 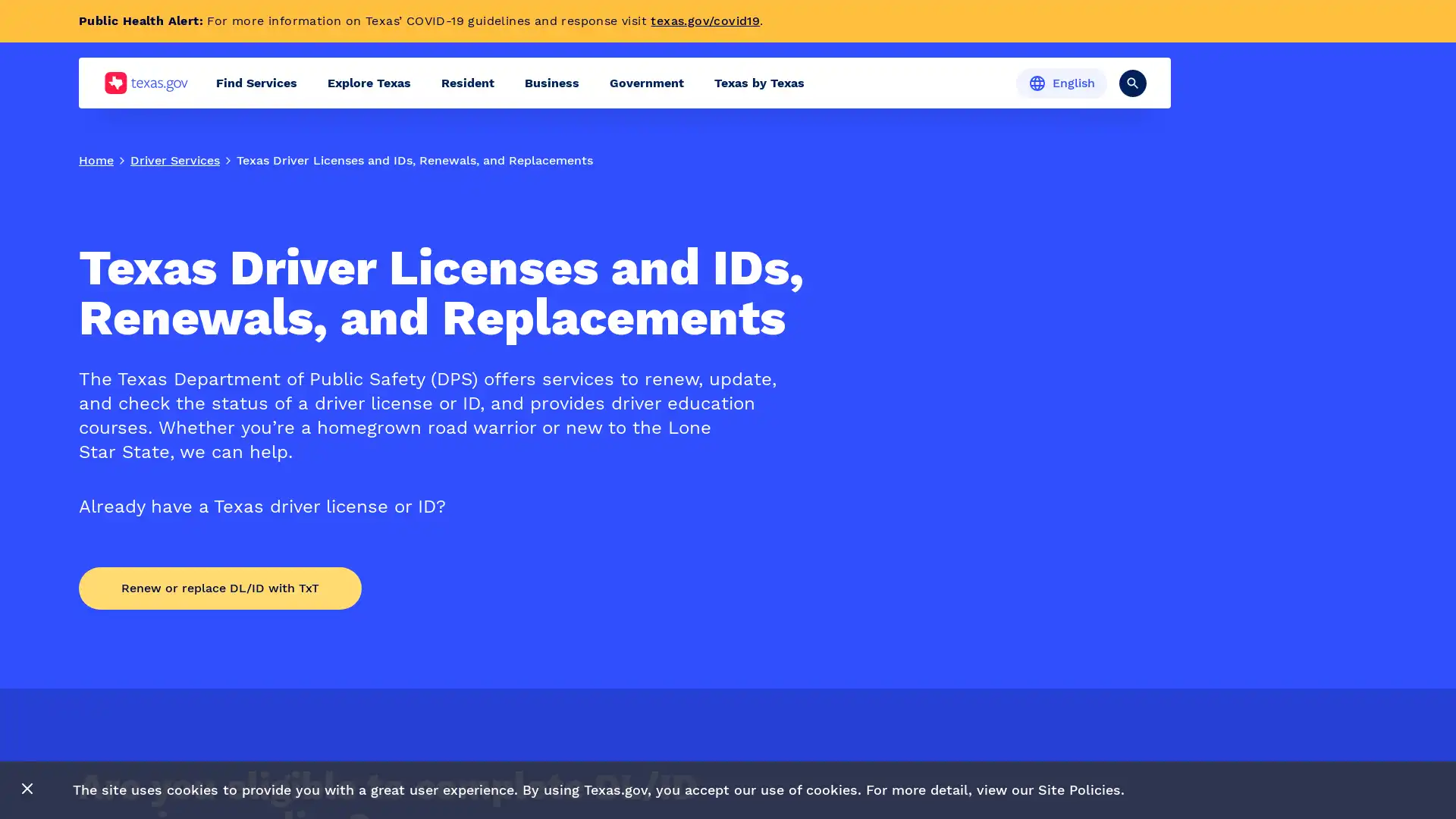 What do you see at coordinates (467, 83) in the screenshot?
I see `Resident` at bounding box center [467, 83].